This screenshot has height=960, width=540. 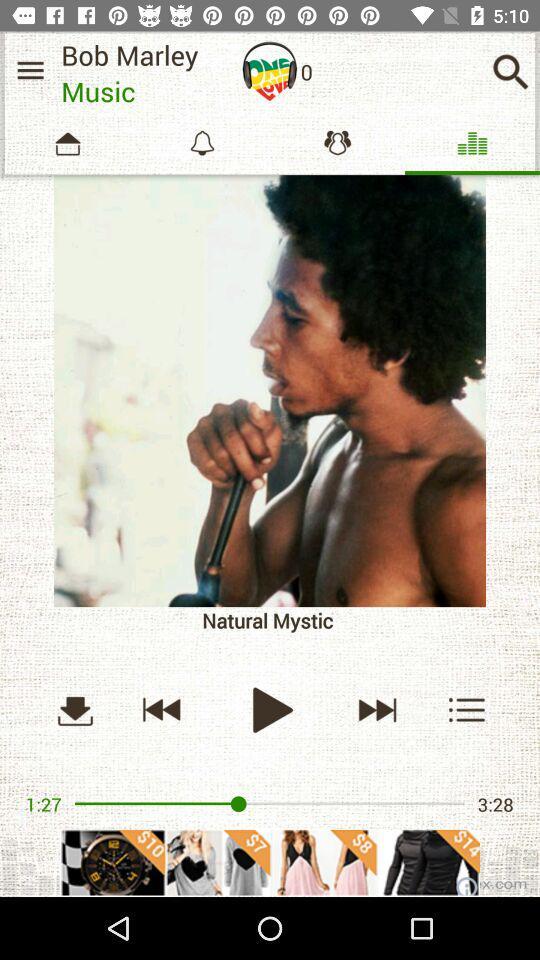 What do you see at coordinates (270, 71) in the screenshot?
I see `speaker` at bounding box center [270, 71].